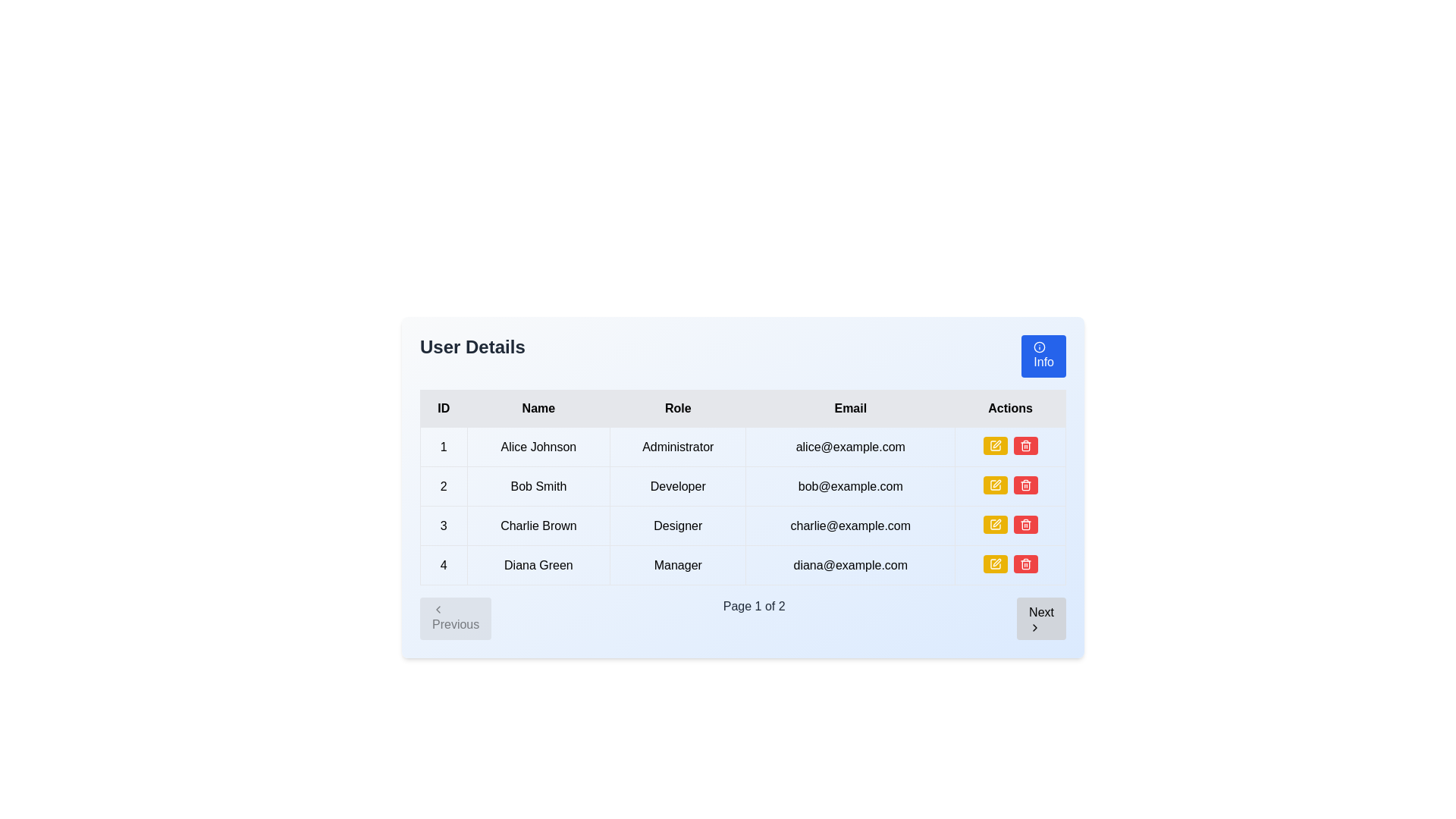 The height and width of the screenshot is (819, 1456). What do you see at coordinates (437, 608) in the screenshot?
I see `the left chevron arrow icon within the 'Previous' button` at bounding box center [437, 608].